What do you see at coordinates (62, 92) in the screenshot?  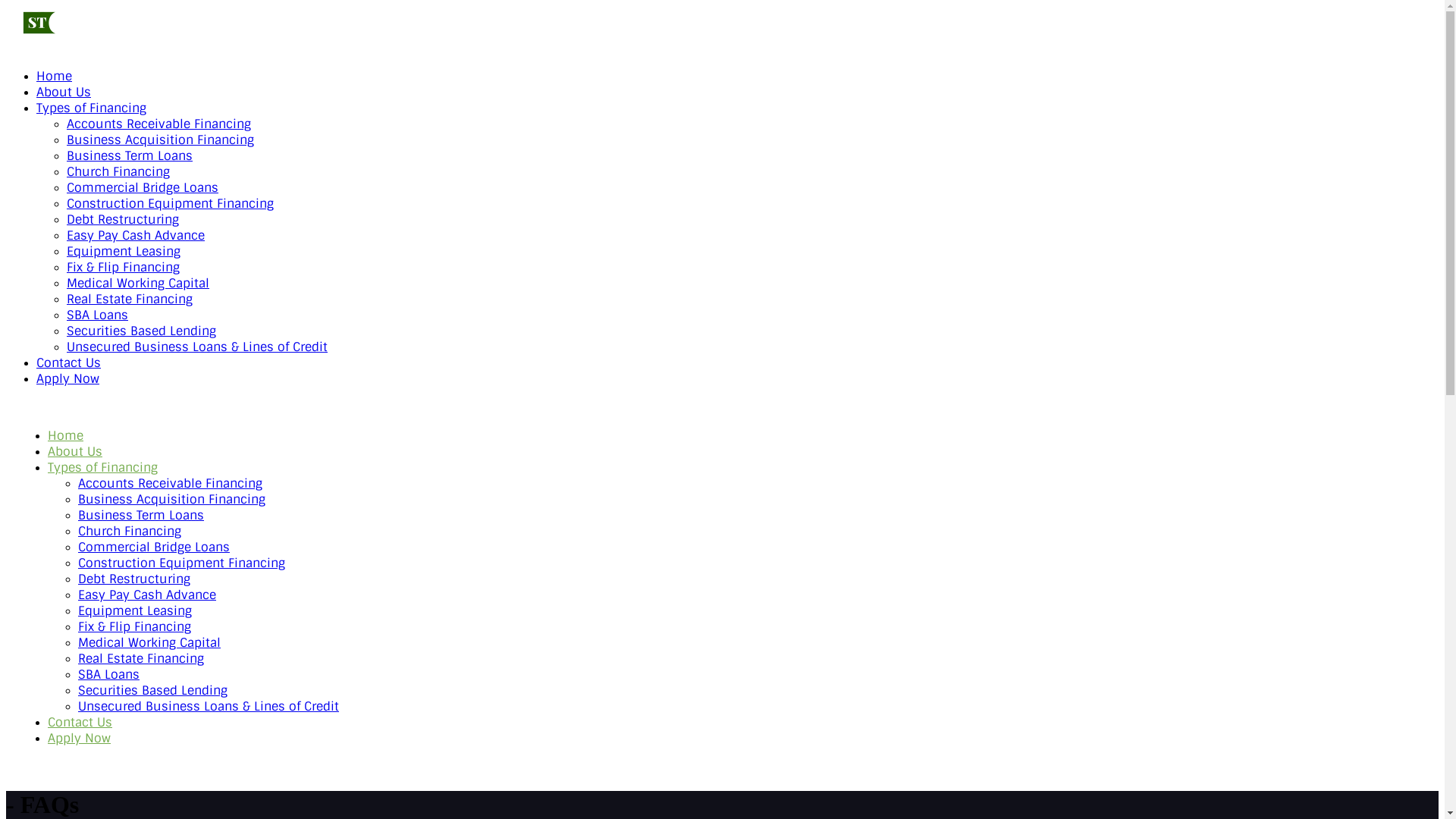 I see `'About Us'` at bounding box center [62, 92].